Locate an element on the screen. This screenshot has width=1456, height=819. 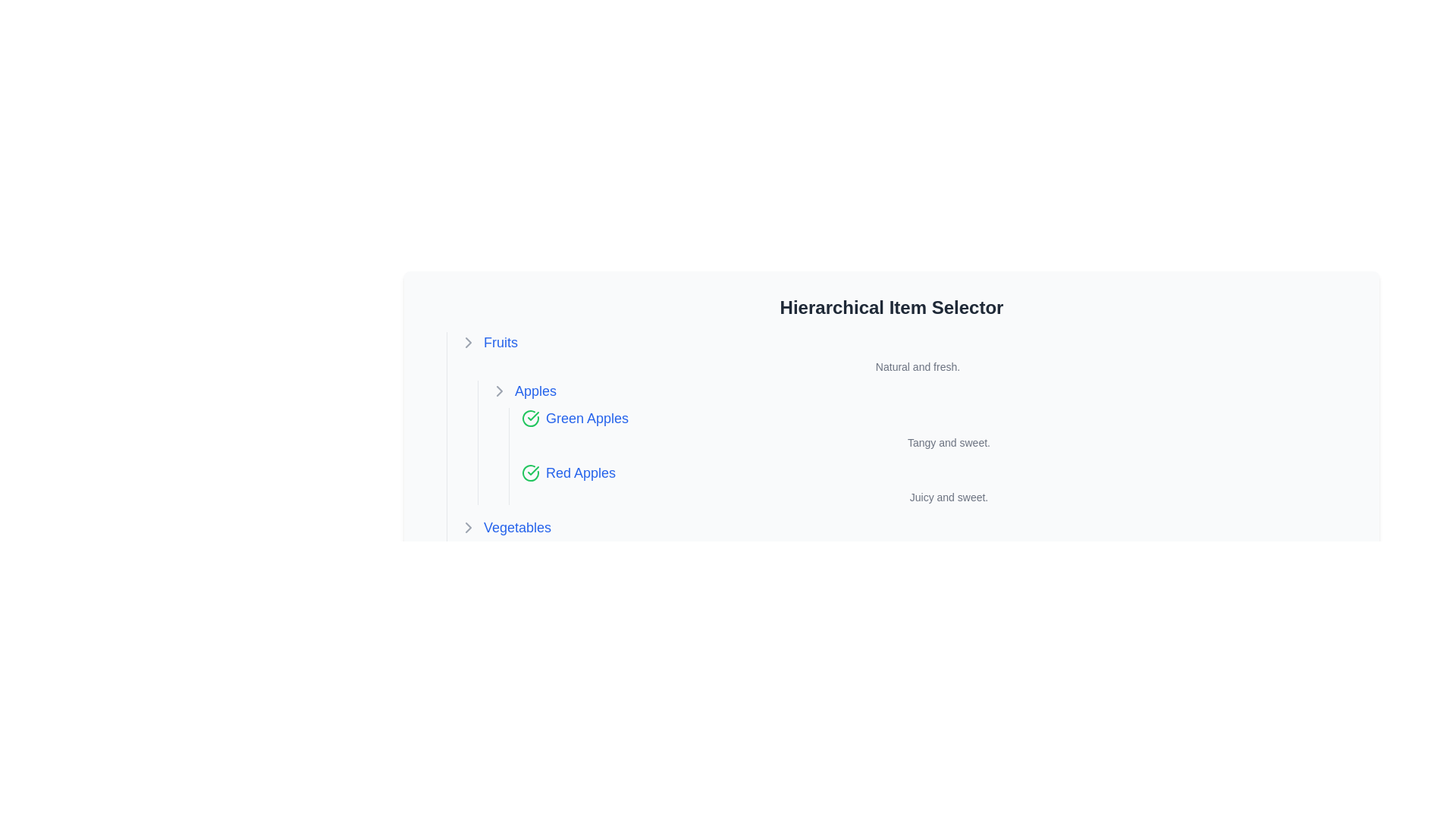
the chevron icon within the 'Vegetables' item in the hierarchical navigation menu is located at coordinates (468, 526).